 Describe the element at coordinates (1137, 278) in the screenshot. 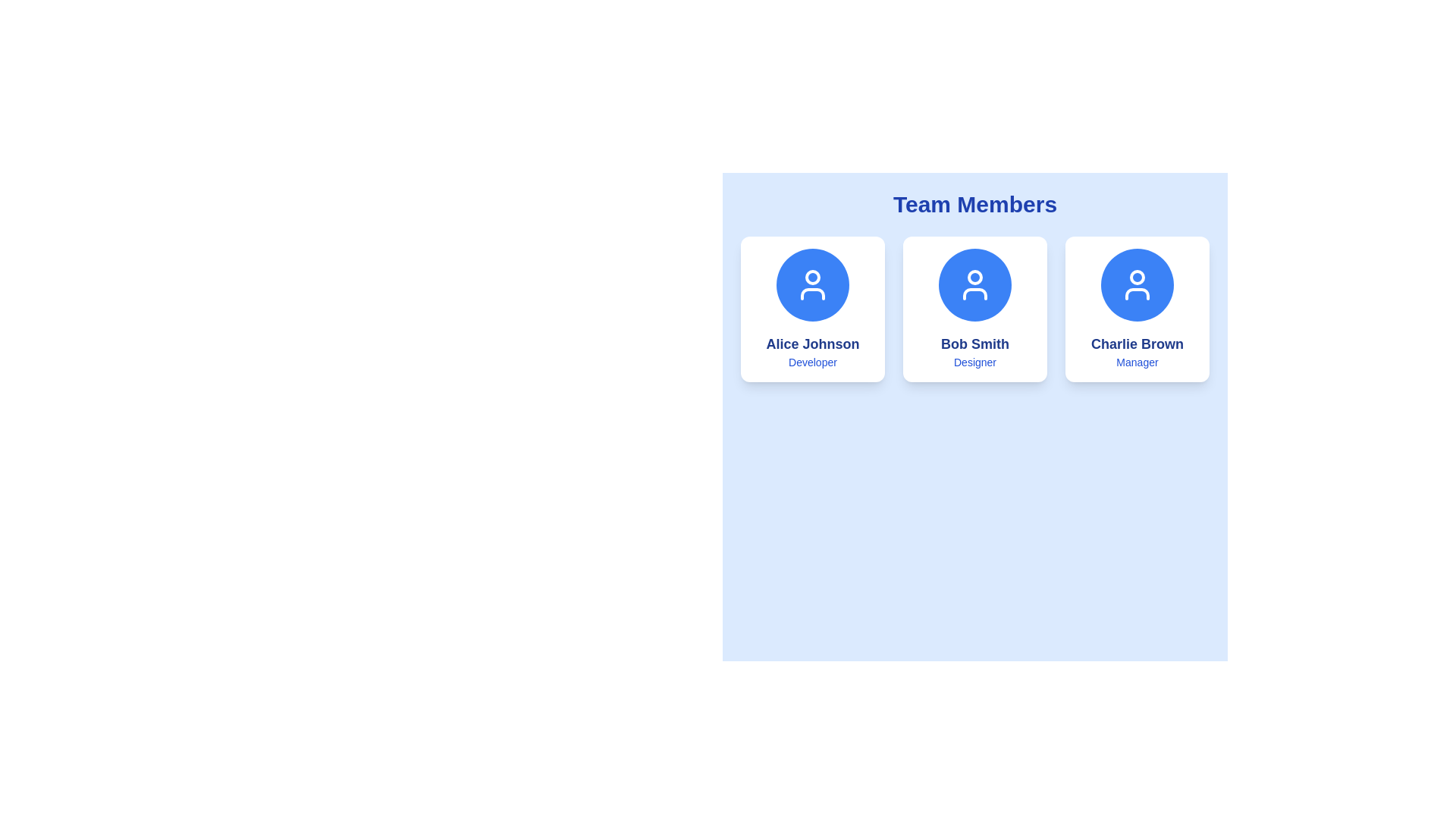

I see `the Circle (SVG graphical element) representing the top of the user's head in the Charlie Brown profile card, which is the third card from the left under the 'Team Members' heading` at that location.